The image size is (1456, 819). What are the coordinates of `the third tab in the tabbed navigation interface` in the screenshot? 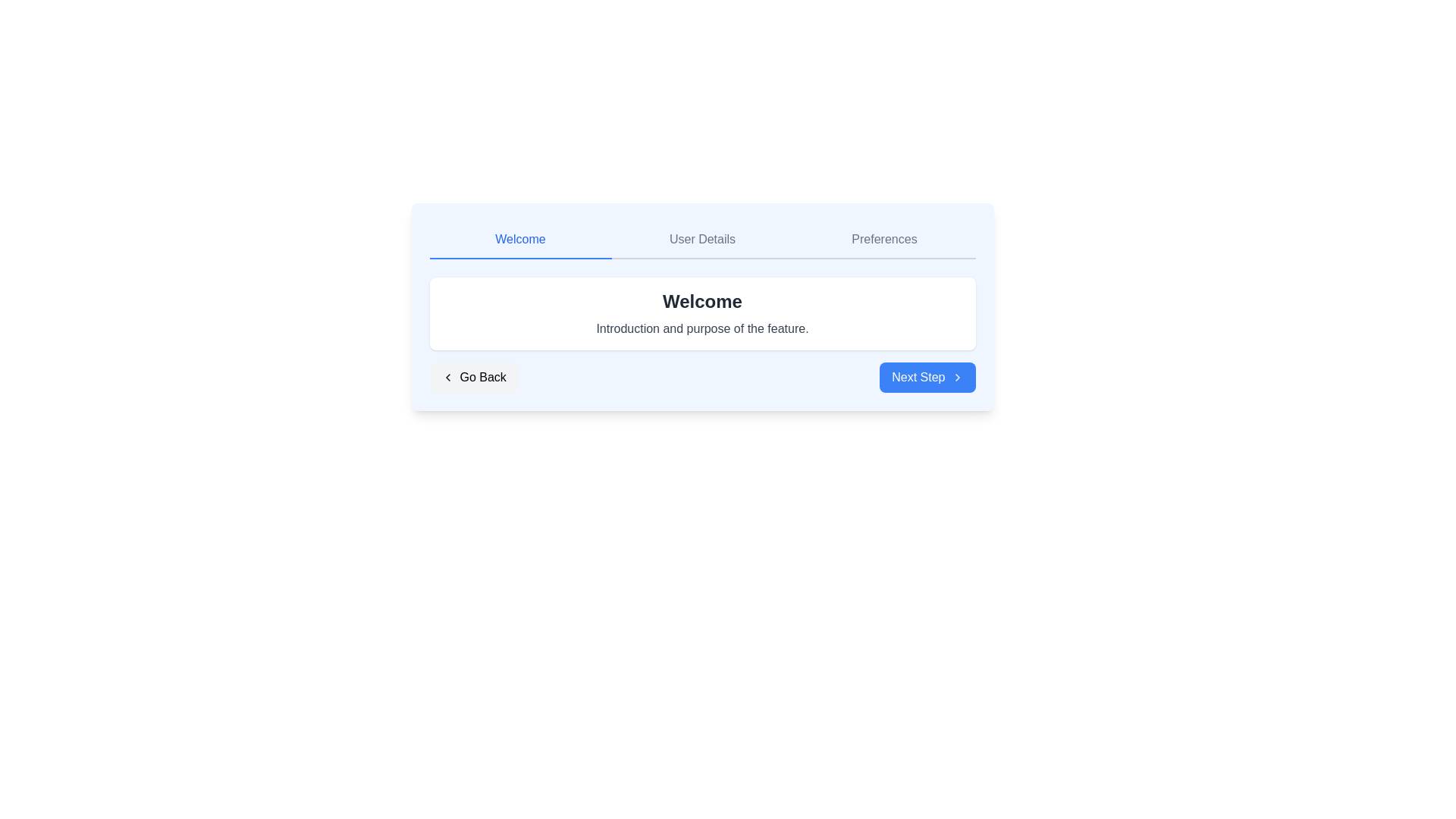 It's located at (884, 239).